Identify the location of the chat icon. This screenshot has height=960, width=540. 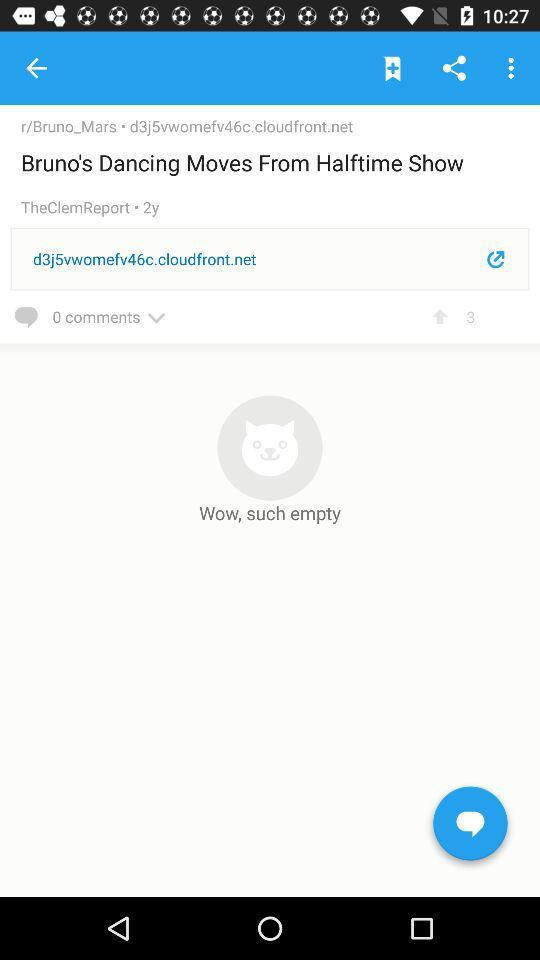
(470, 827).